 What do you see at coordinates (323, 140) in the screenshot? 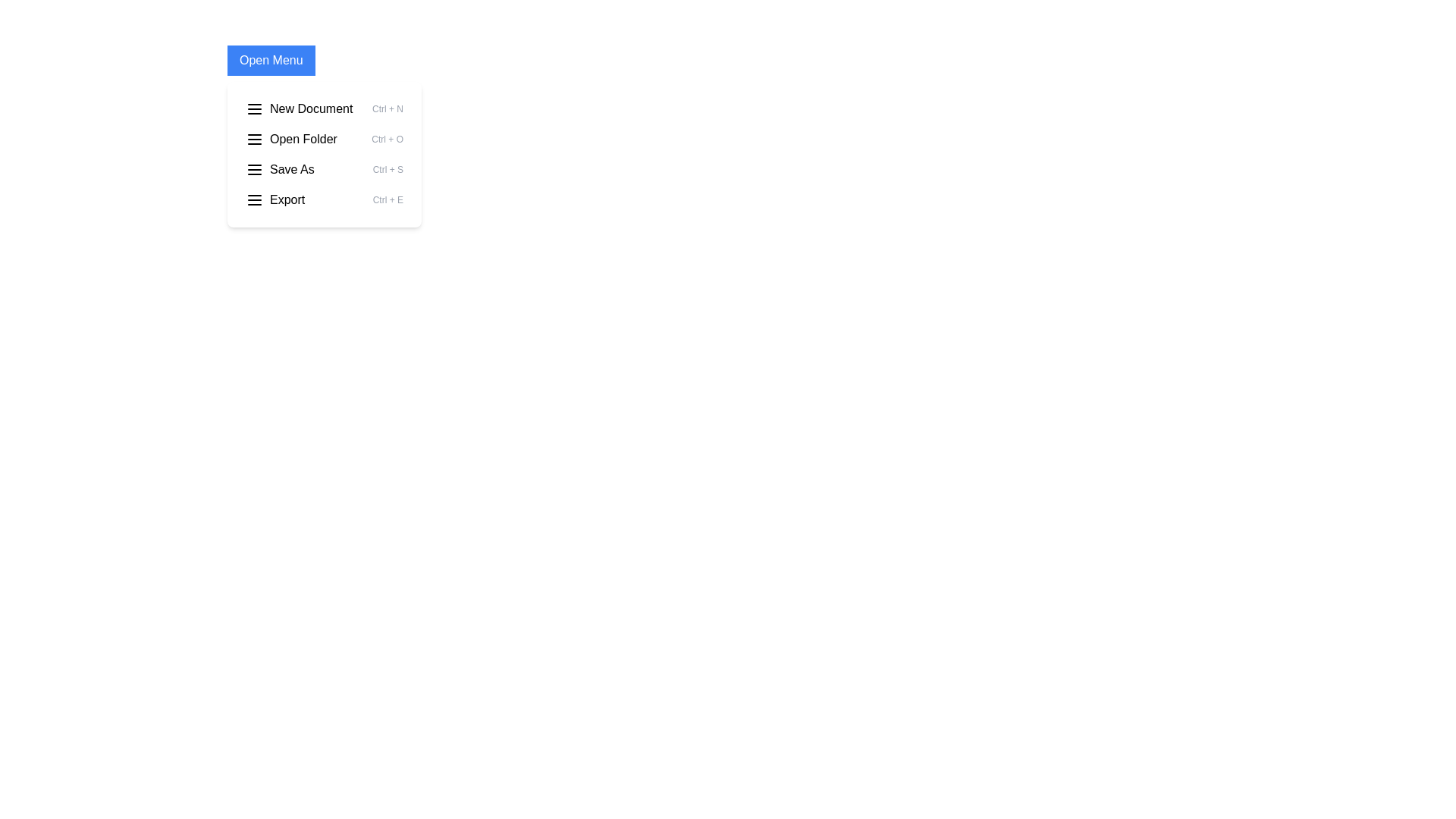
I see `the 'Open Folder' menu option to trigger the hover effect that changes its background color to light gray` at bounding box center [323, 140].